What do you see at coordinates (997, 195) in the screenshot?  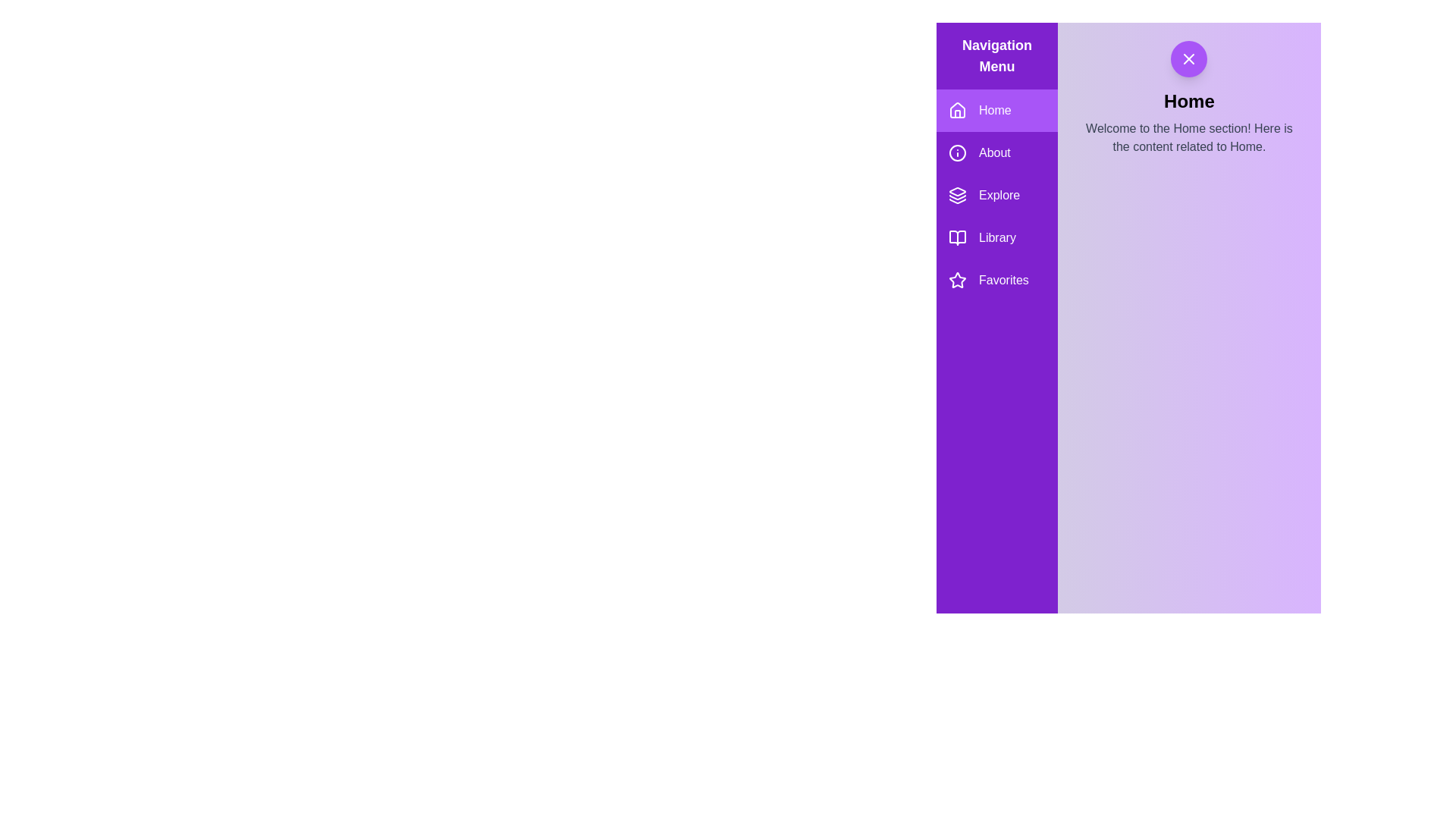 I see `the navigation menu item Explore` at bounding box center [997, 195].